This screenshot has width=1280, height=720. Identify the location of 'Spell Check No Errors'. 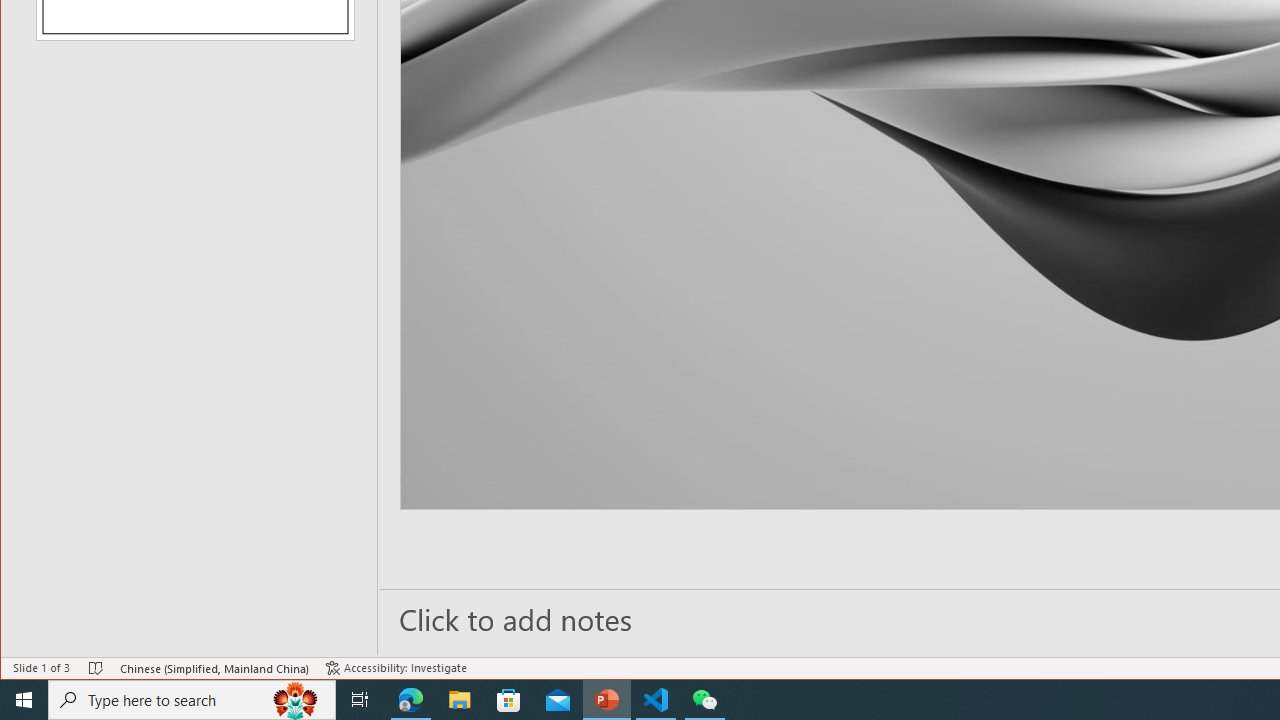
(95, 668).